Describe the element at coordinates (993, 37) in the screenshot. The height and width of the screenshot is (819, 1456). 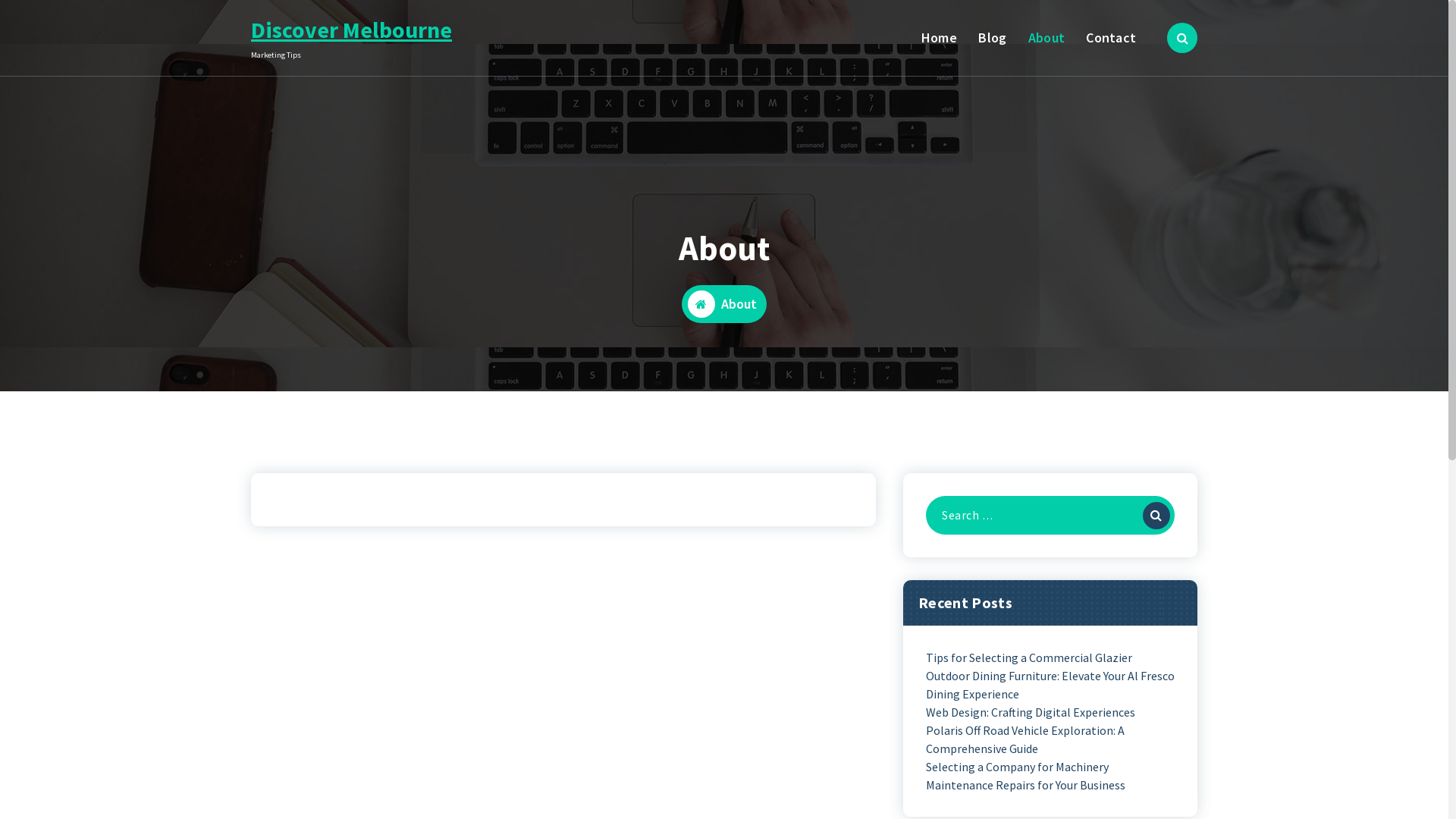
I see `'Blog'` at that location.